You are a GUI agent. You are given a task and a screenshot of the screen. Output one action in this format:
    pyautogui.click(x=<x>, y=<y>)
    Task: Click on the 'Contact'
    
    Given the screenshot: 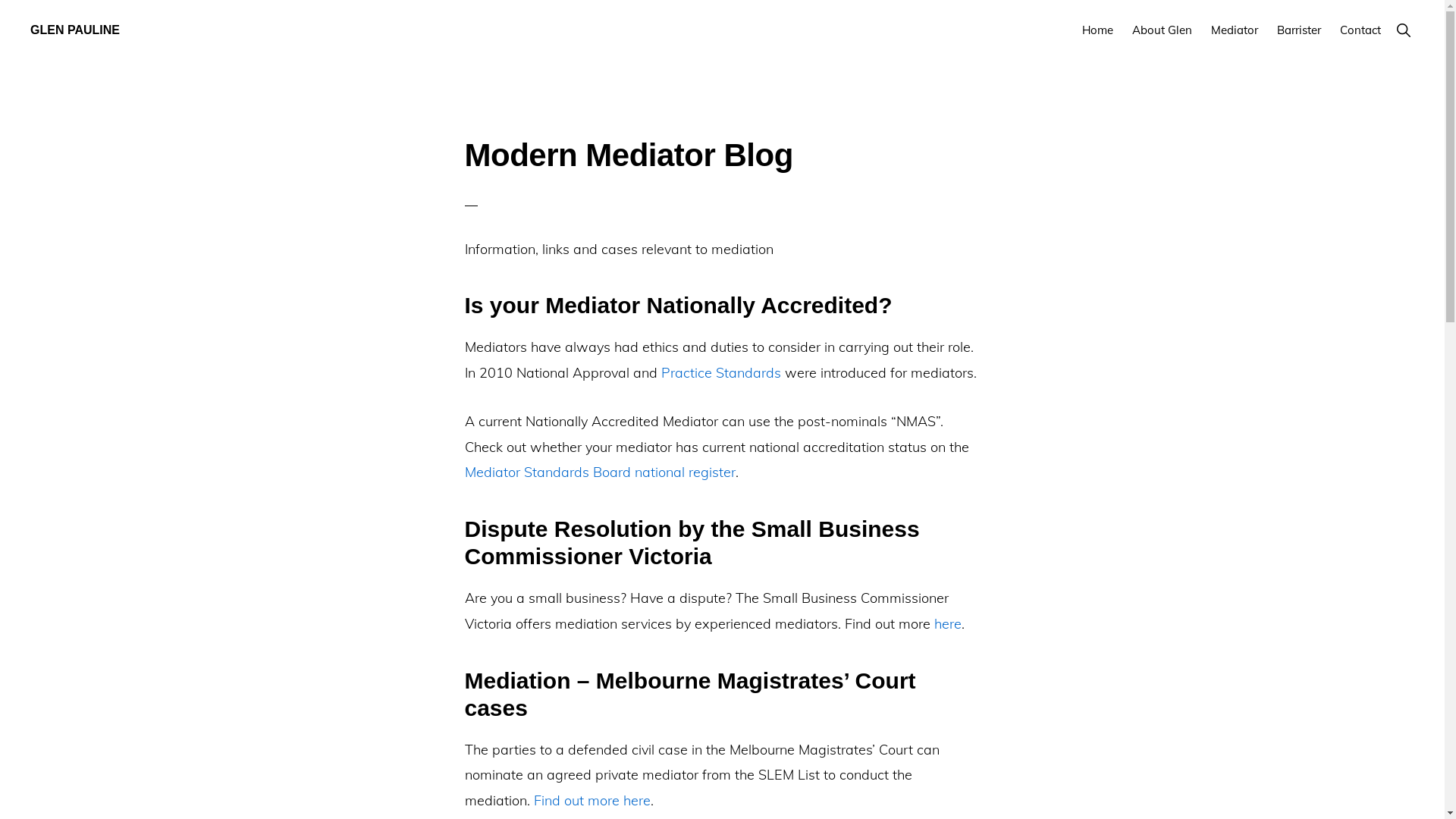 What is the action you would take?
    pyautogui.click(x=1360, y=30)
    